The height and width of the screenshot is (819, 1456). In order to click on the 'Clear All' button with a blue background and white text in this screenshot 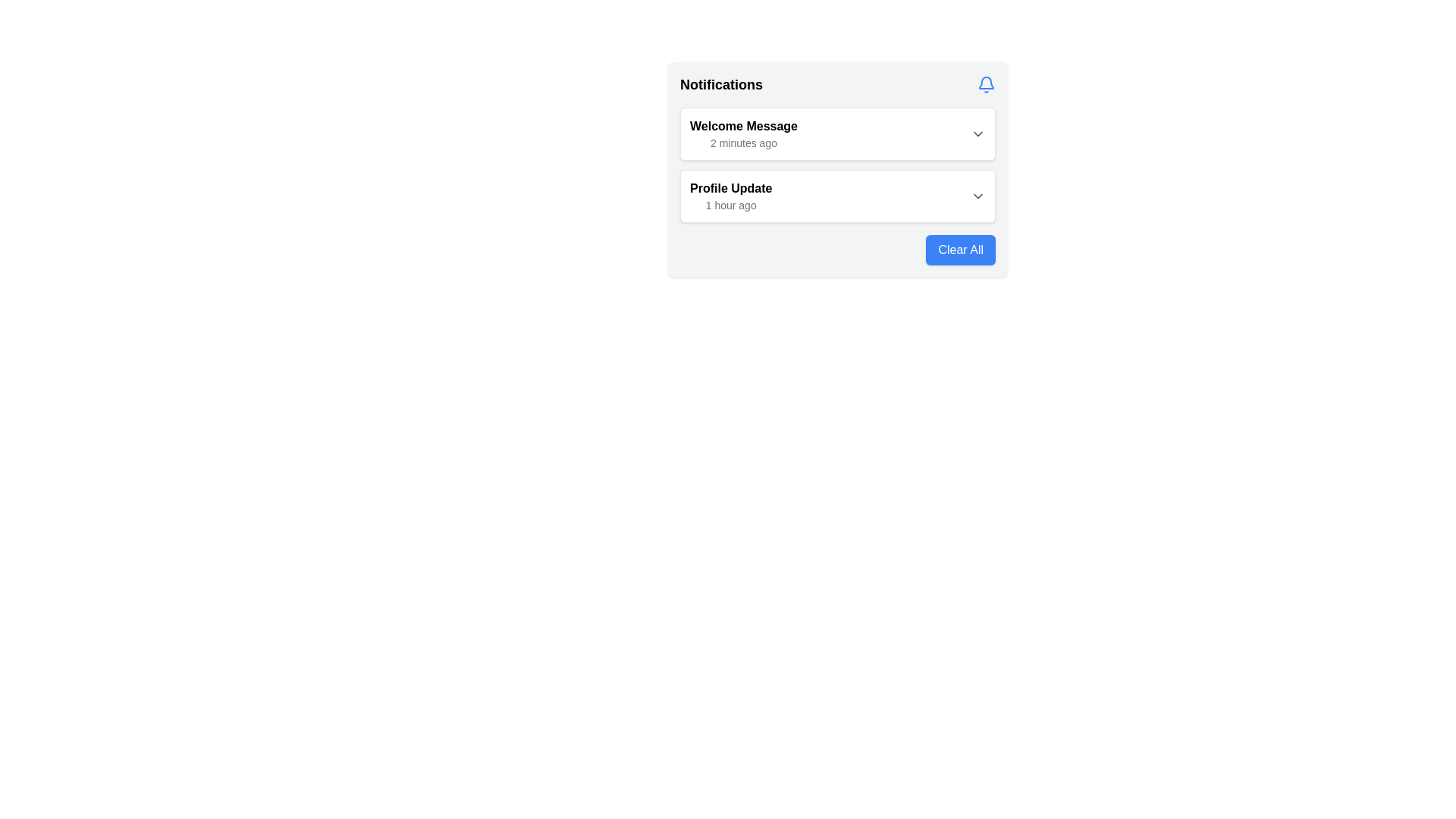, I will do `click(960, 249)`.